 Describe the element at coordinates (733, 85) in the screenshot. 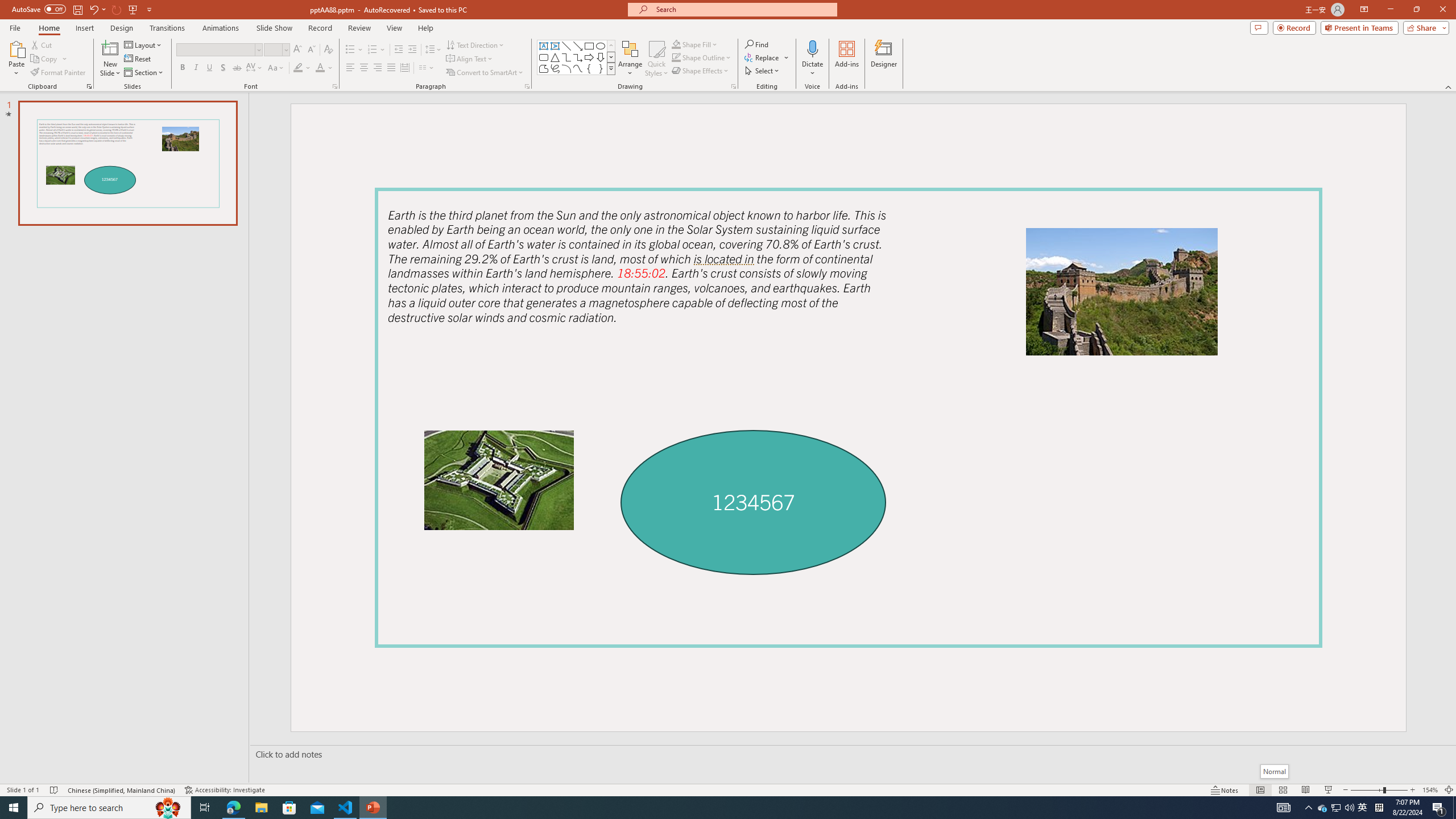

I see `'Format Object...'` at that location.